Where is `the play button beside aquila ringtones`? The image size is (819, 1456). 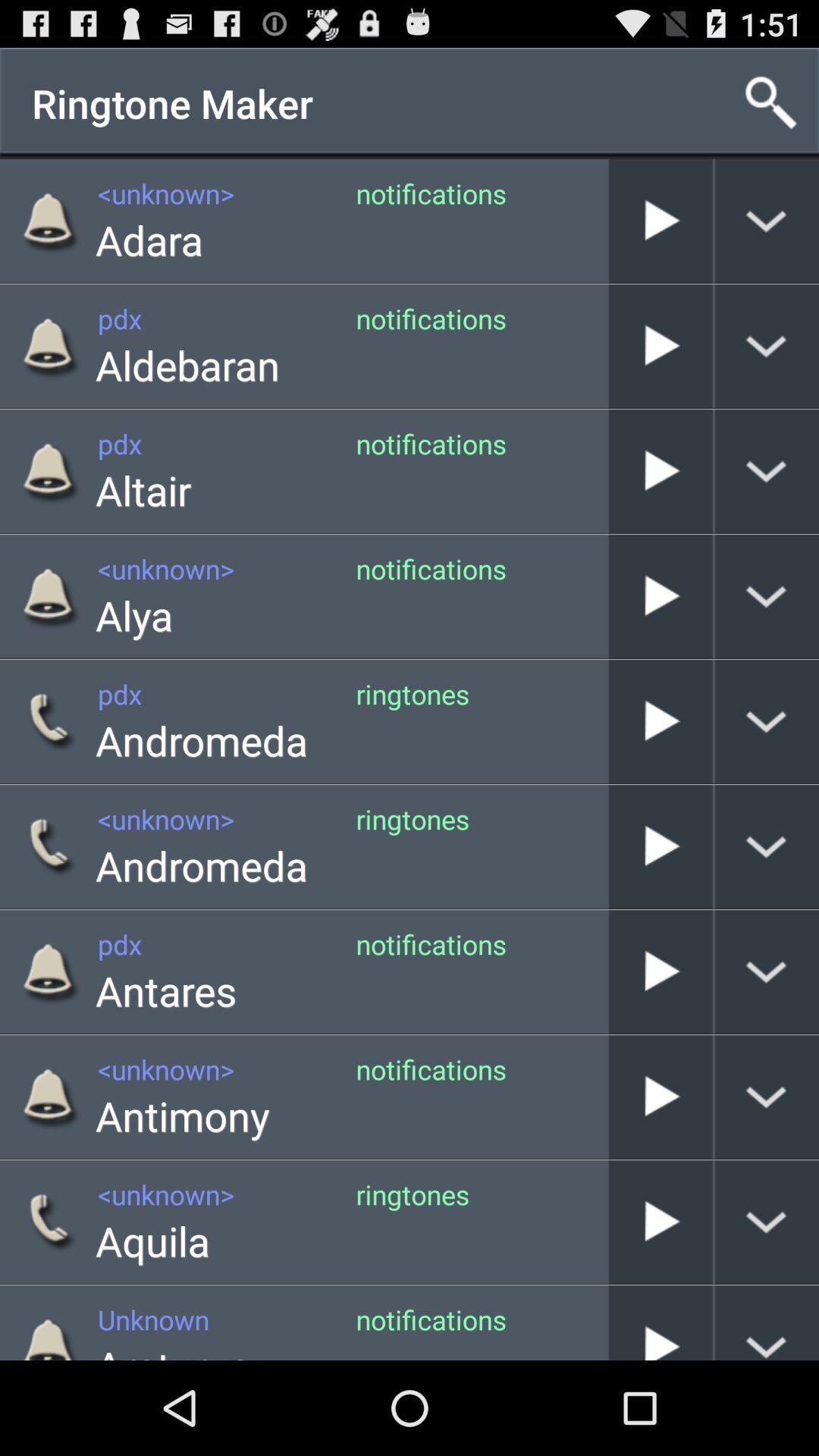
the play button beside aquila ringtones is located at coordinates (660, 1222).